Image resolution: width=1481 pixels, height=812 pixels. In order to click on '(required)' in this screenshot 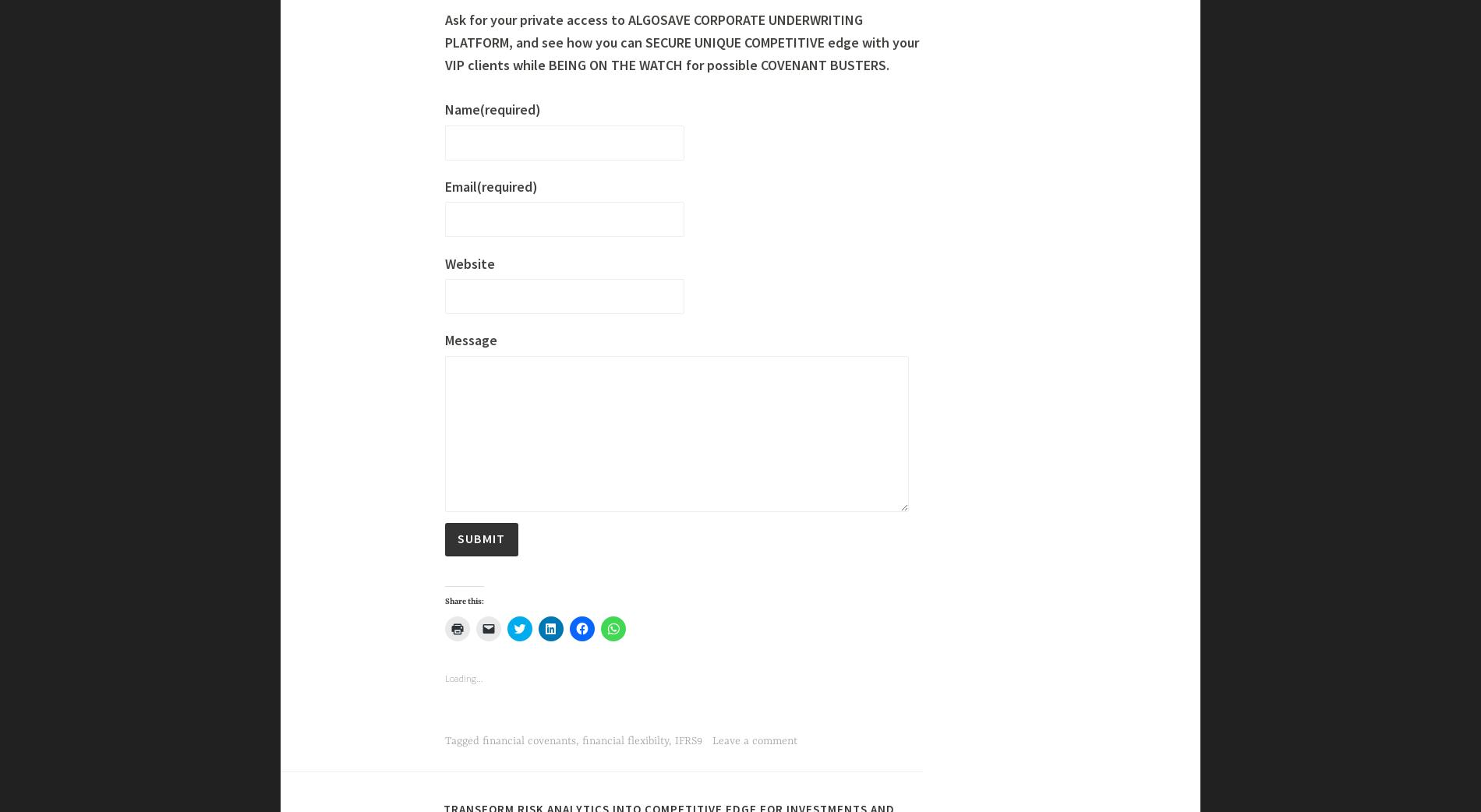, I will do `click(510, 755)`.